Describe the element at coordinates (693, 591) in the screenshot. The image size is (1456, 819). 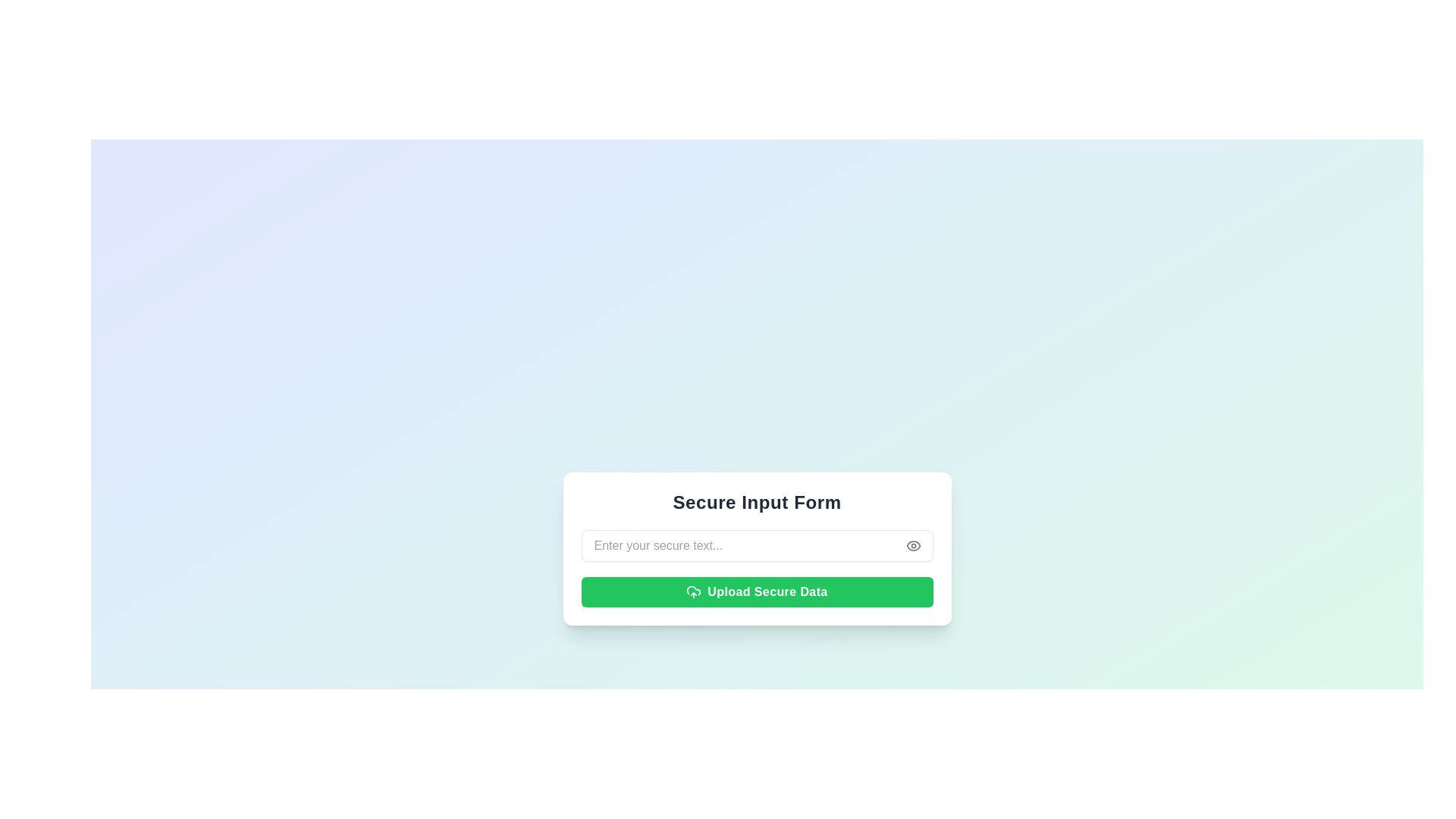
I see `the cloud upload icon located to the left of the 'Upload Secure Data' button as part of clicking the button` at that location.